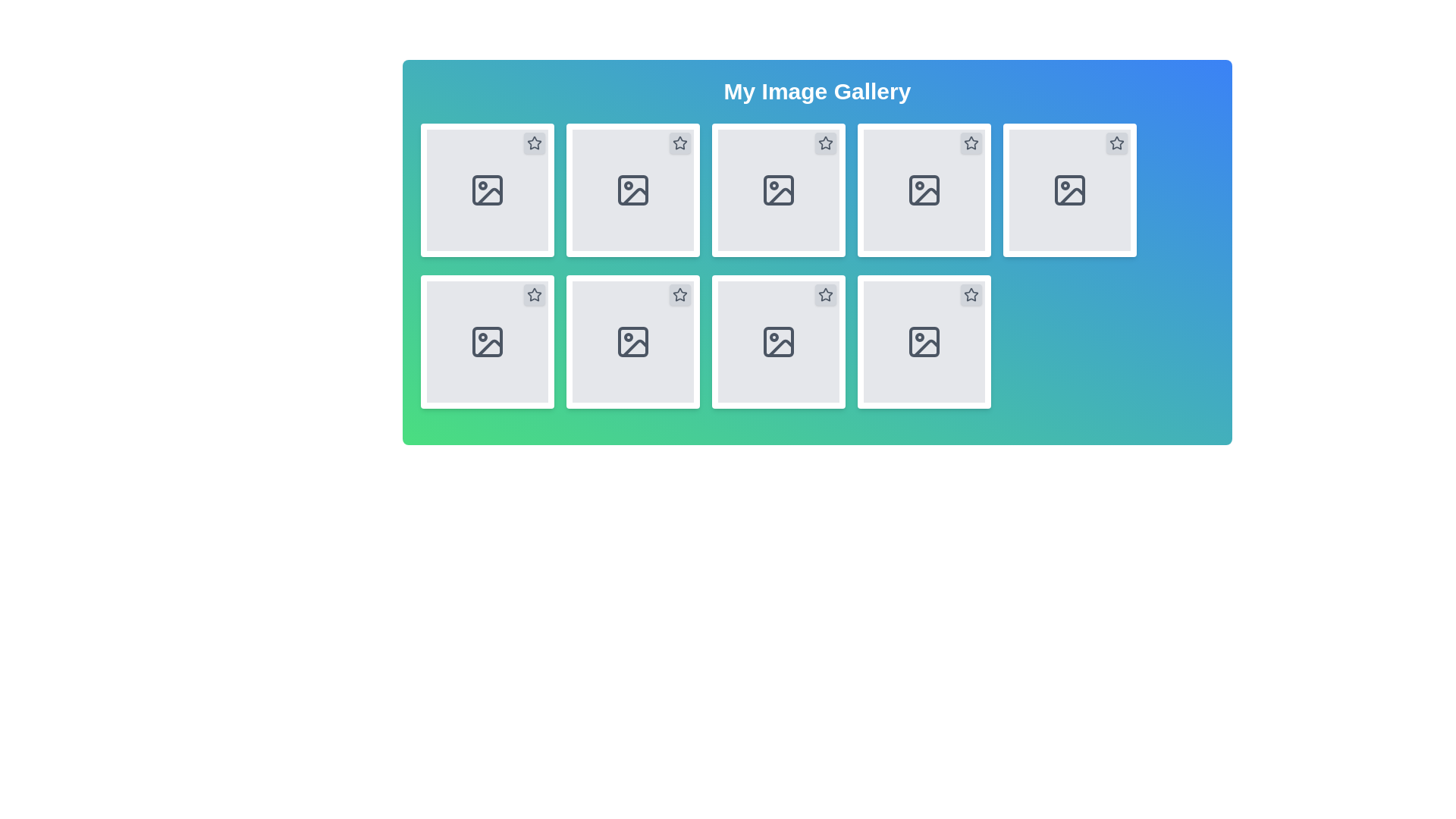  Describe the element at coordinates (488, 189) in the screenshot. I see `the decorative rectangle located inside the top-left image icon within the grid layout` at that location.